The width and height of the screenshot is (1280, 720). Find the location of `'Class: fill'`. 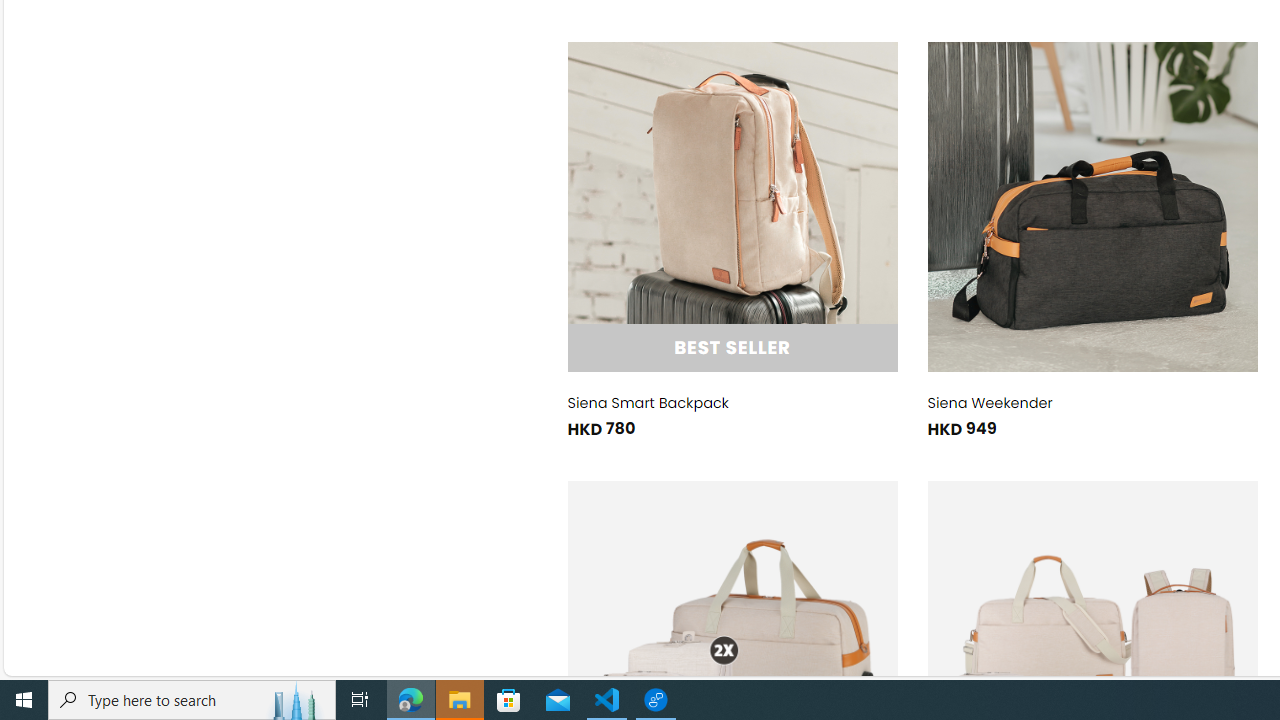

'Class: fill' is located at coordinates (1091, 206).